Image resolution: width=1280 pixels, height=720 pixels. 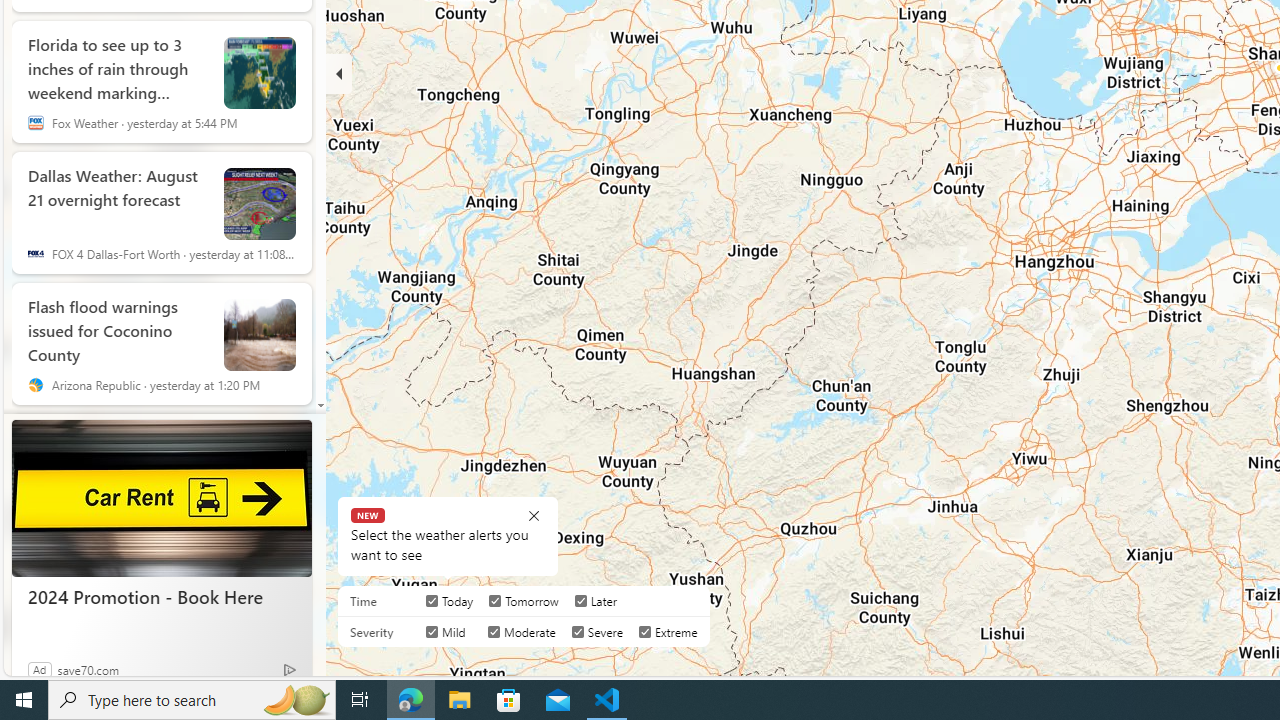 I want to click on '2024 Promotion - Book Here', so click(x=161, y=595).